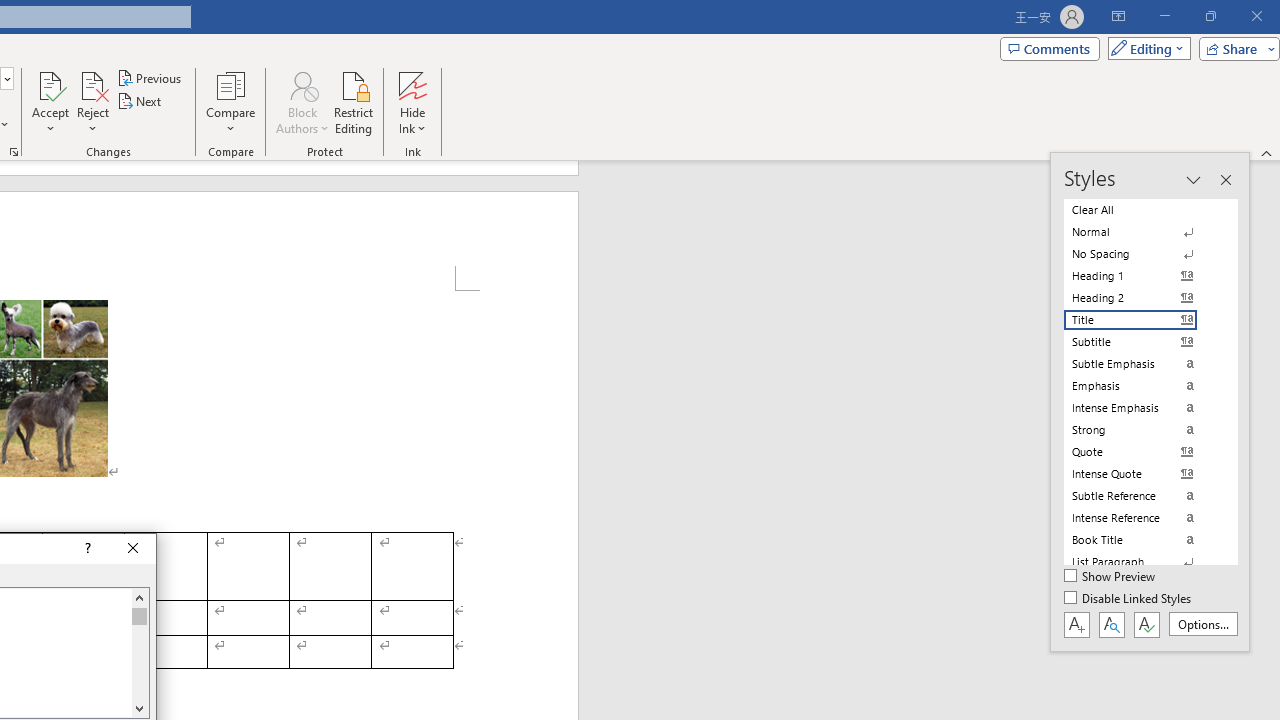  I want to click on 'Strong', so click(1142, 428).